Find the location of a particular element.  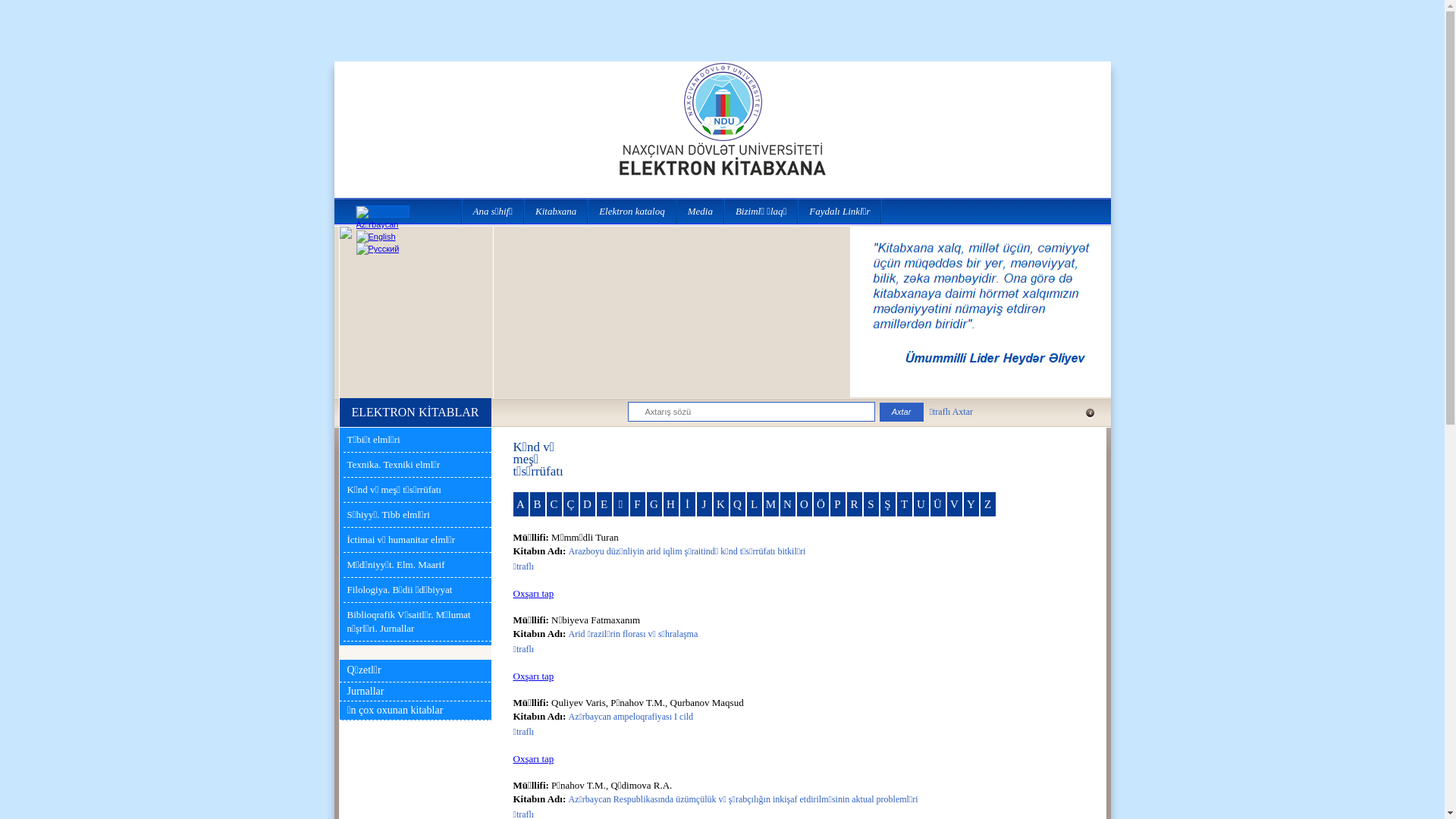

'R' is located at coordinates (854, 504).